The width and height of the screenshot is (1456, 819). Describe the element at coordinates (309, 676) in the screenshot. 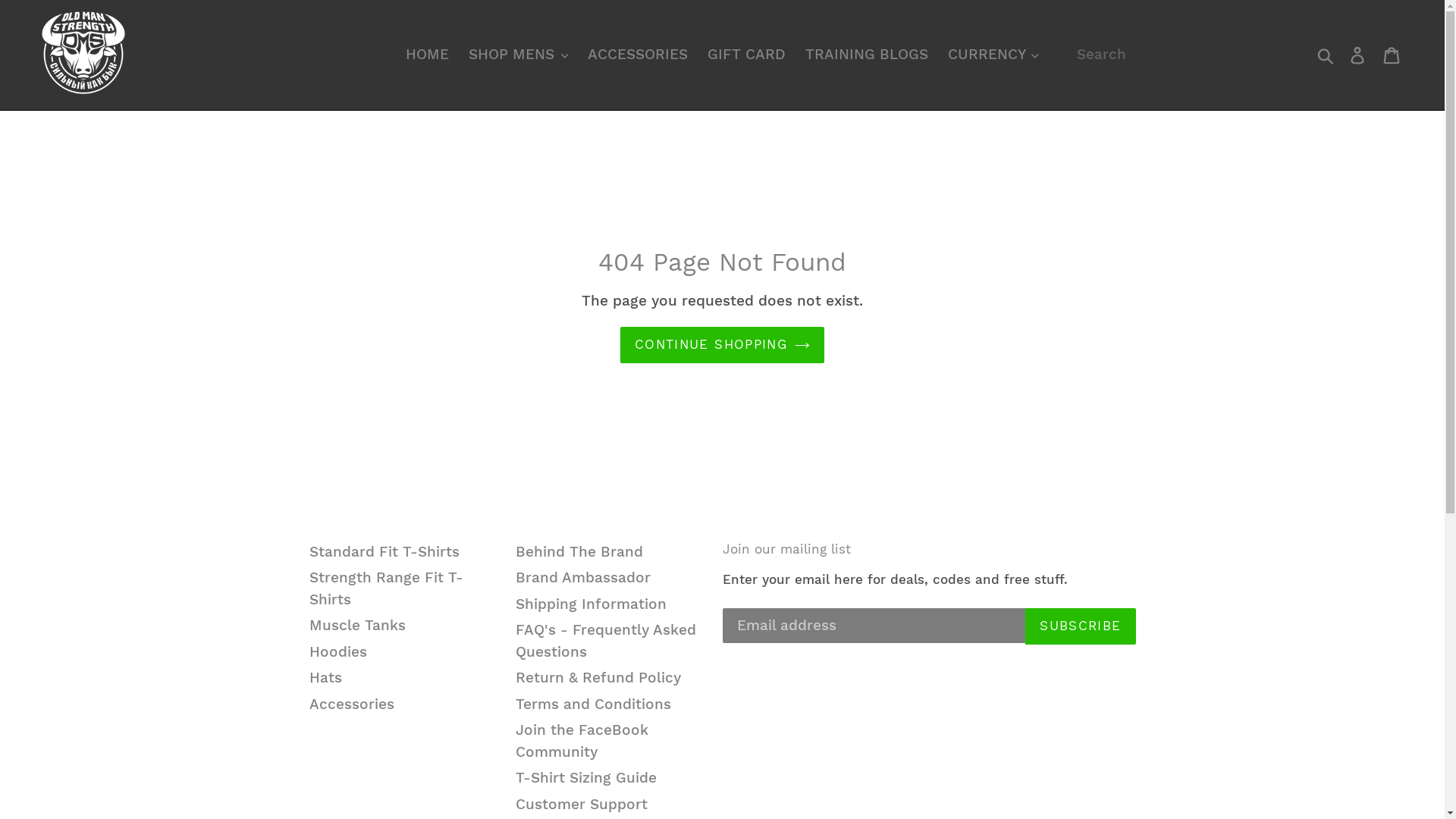

I see `'Hats'` at that location.